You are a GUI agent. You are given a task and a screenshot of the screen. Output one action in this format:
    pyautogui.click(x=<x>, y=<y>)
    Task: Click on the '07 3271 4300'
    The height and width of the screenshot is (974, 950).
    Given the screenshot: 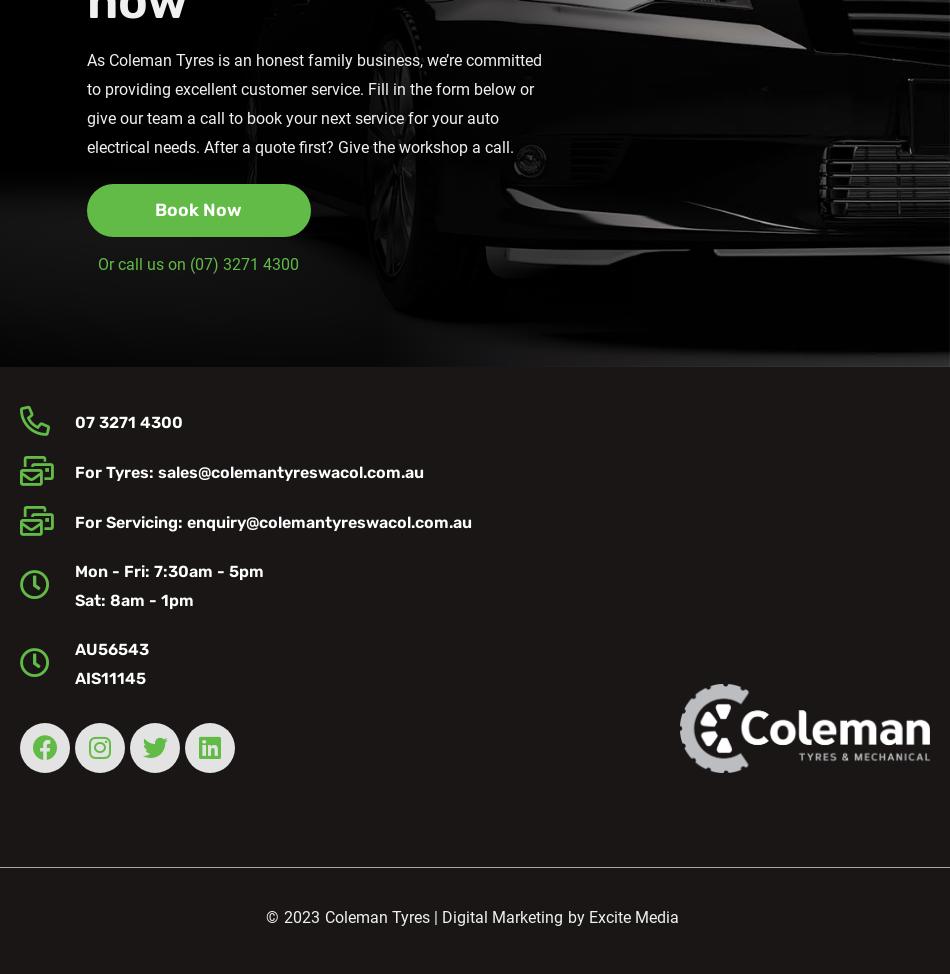 What is the action you would take?
    pyautogui.click(x=127, y=420)
    